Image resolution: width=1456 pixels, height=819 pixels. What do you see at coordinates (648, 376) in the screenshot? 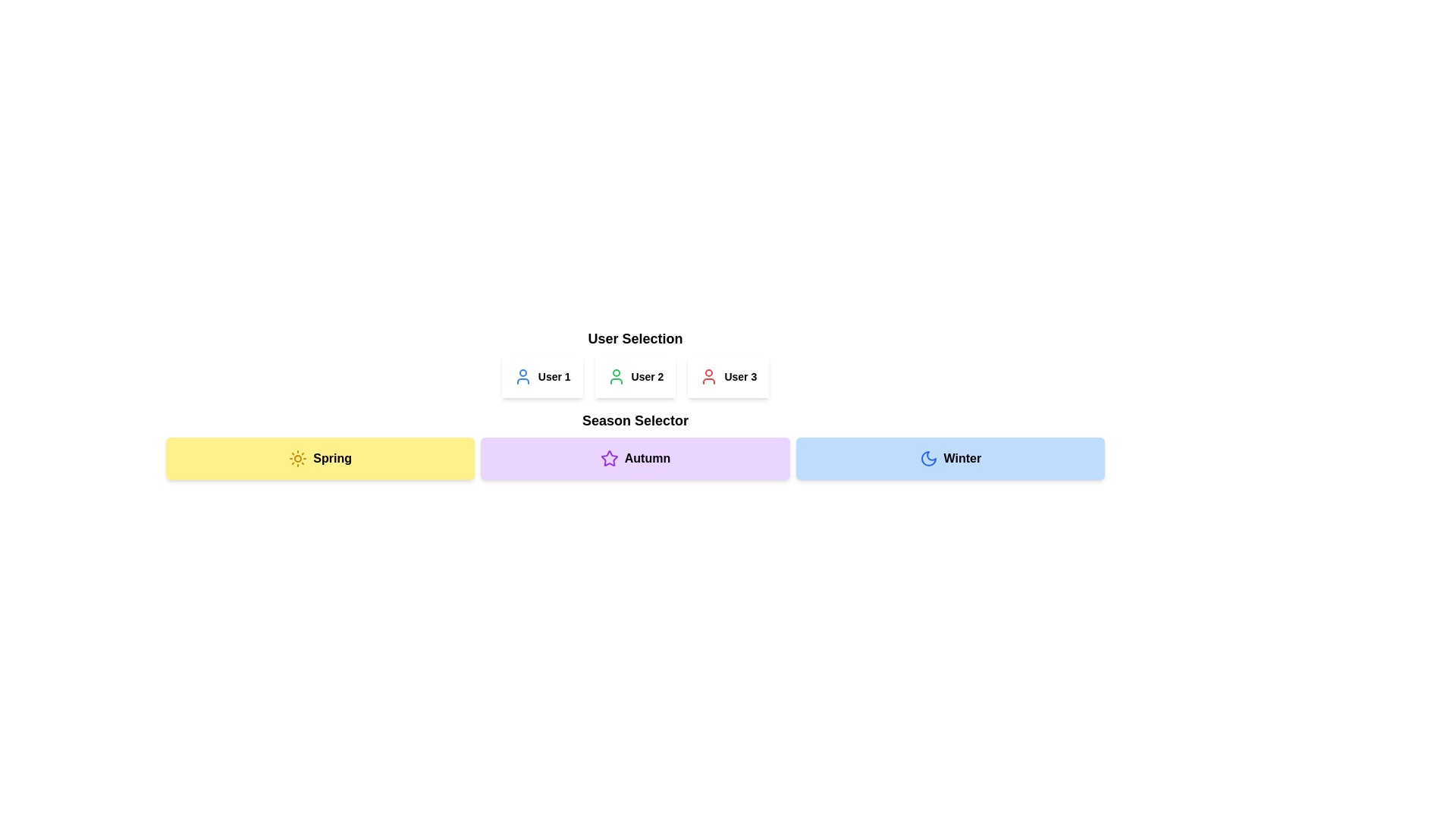
I see `the text label displaying 'User 2', which is styled in a small bold font and located in the 'User Selection' section, adjacent to a green user profile icon` at bounding box center [648, 376].